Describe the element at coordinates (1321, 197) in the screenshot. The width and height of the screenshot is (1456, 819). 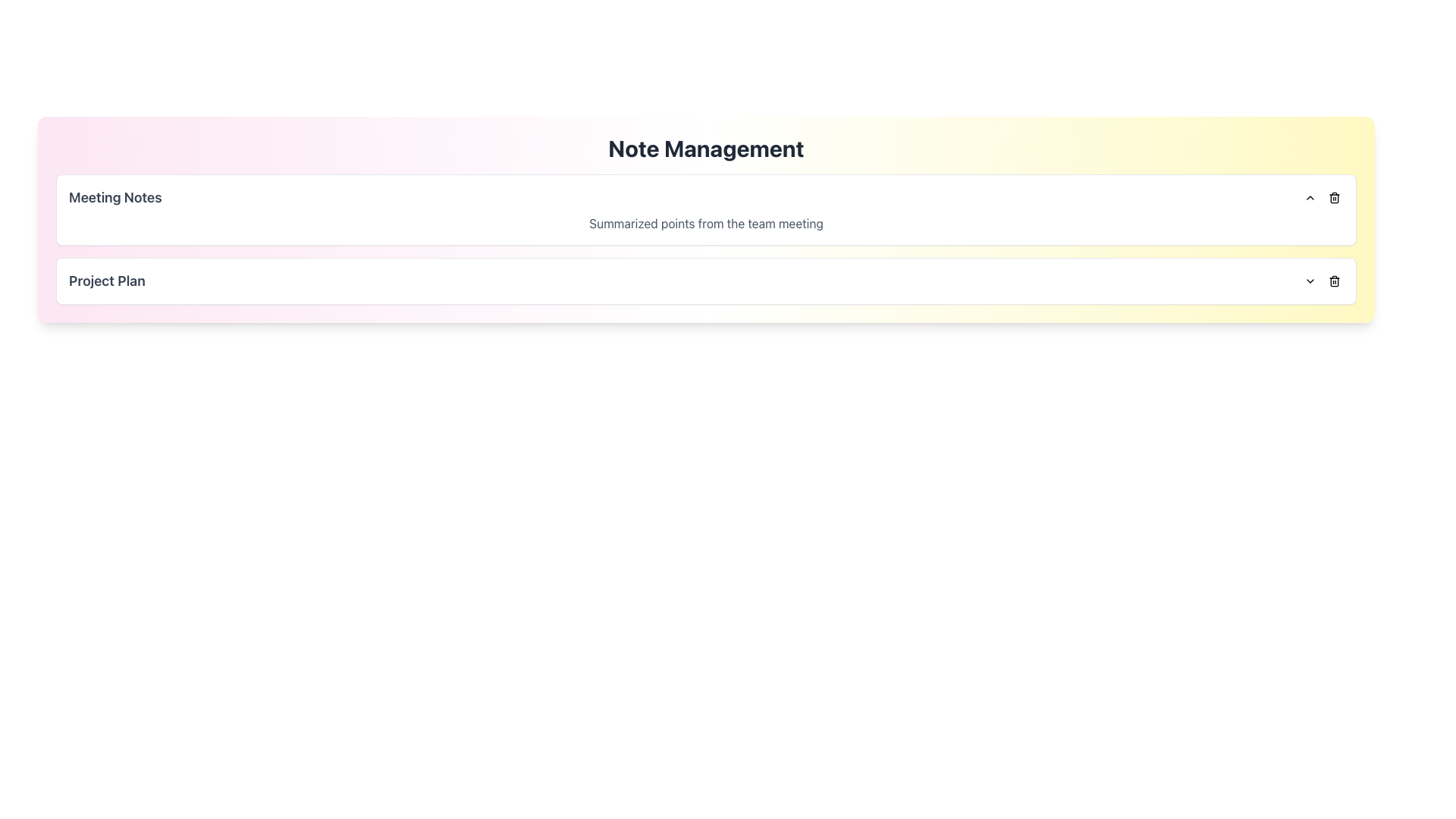
I see `the trash bin icon located at the extreme right of the 'Meeting Notes' section to initiate a deletion action` at that location.